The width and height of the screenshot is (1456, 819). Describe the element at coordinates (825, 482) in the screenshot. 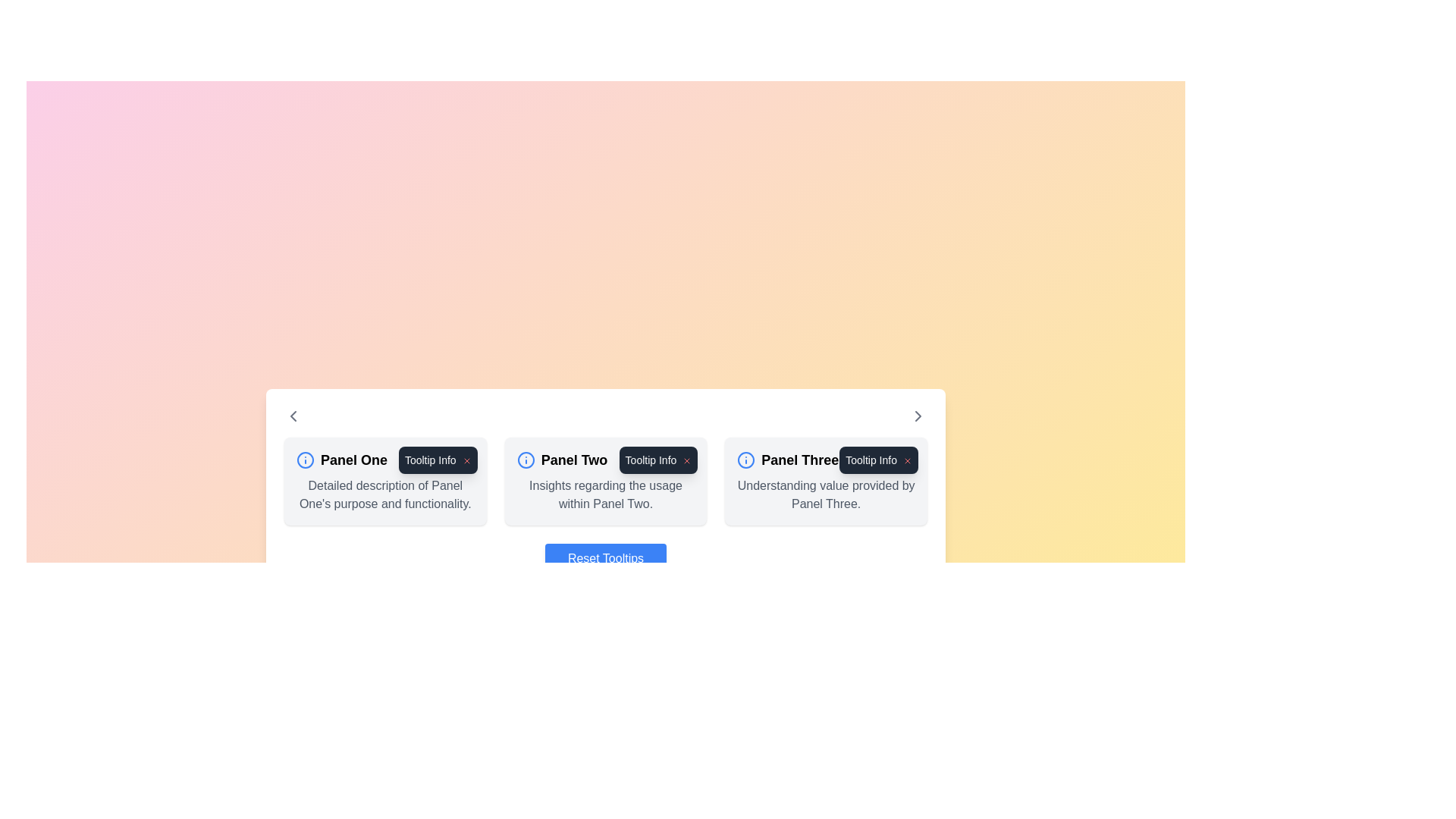

I see `descriptive text from the Information panel titled 'Panel Three', which contains the text 'Understanding value provided by Panel Three.'` at that location.